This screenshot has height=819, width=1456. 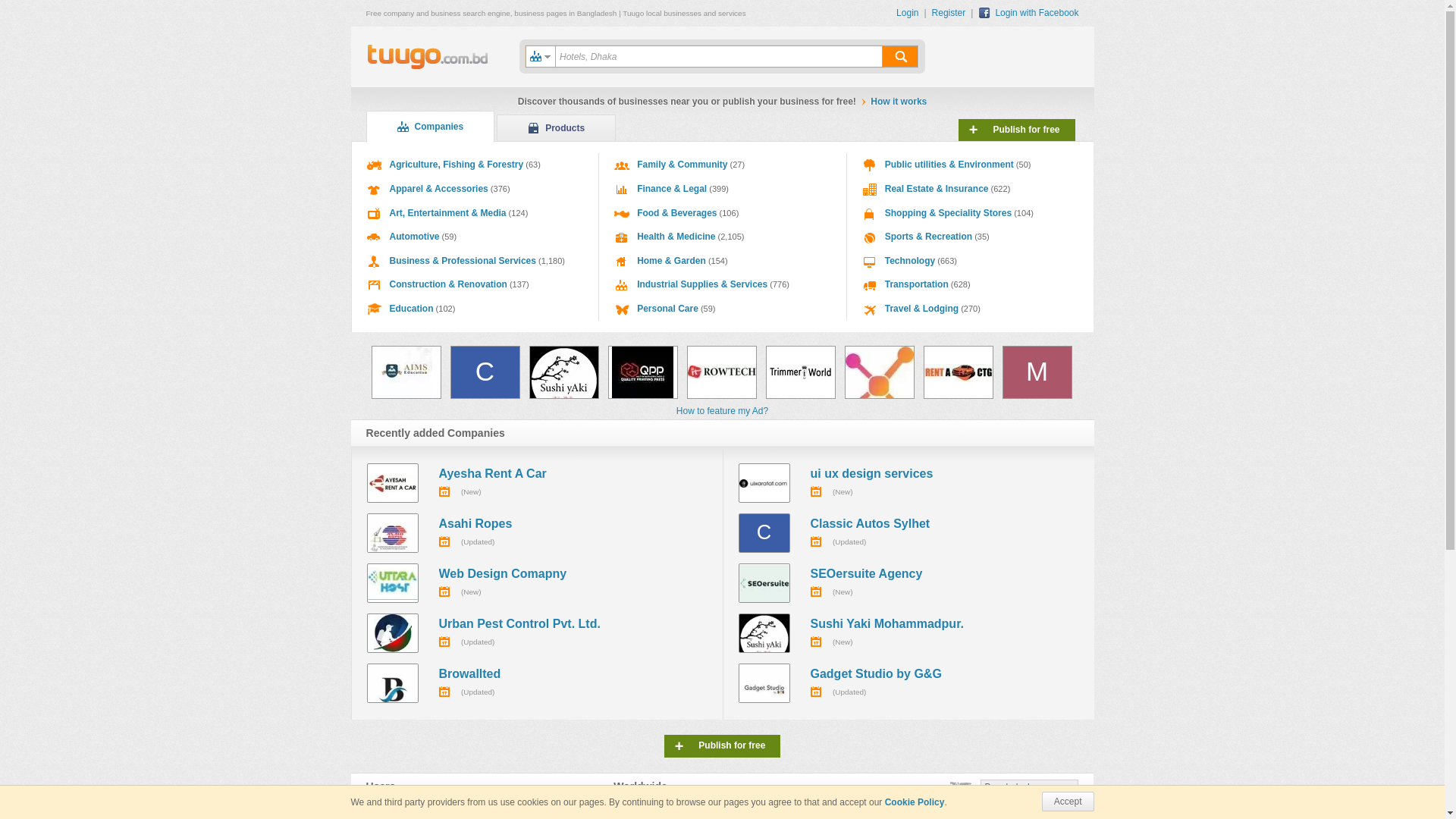 I want to click on 'Cookie Policy', so click(x=884, y=801).